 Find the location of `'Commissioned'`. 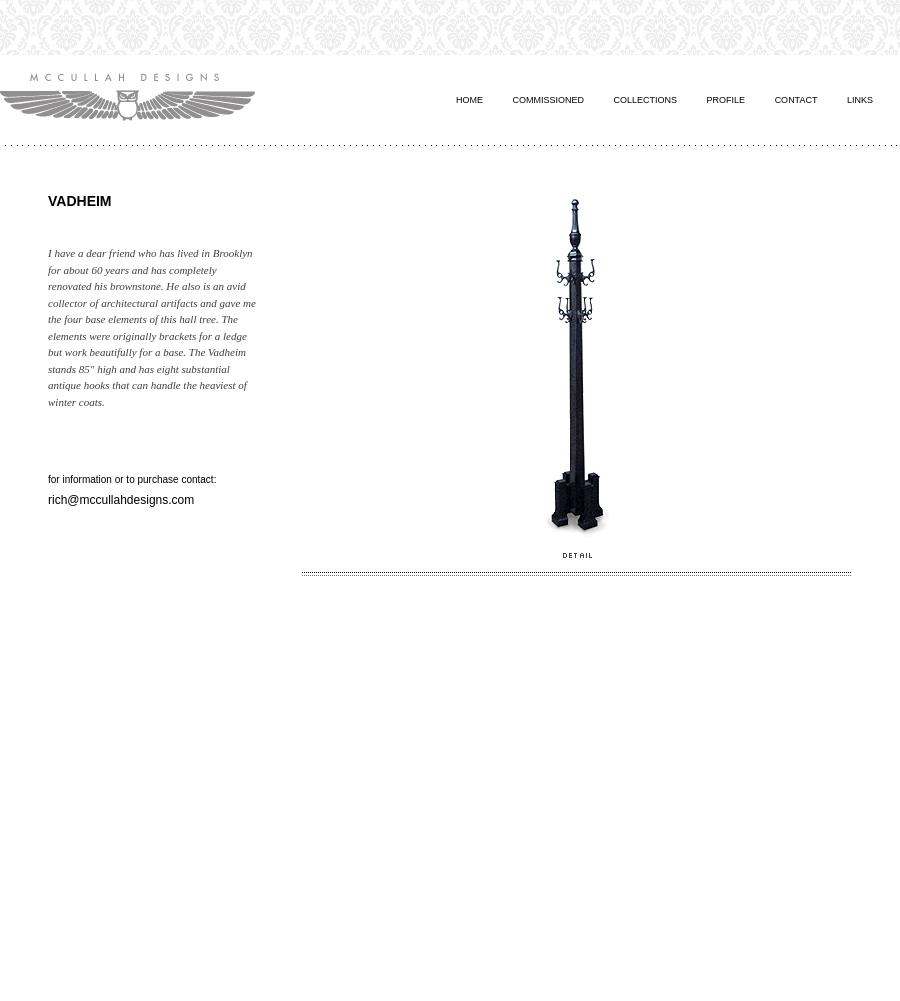

'Commissioned' is located at coordinates (547, 98).